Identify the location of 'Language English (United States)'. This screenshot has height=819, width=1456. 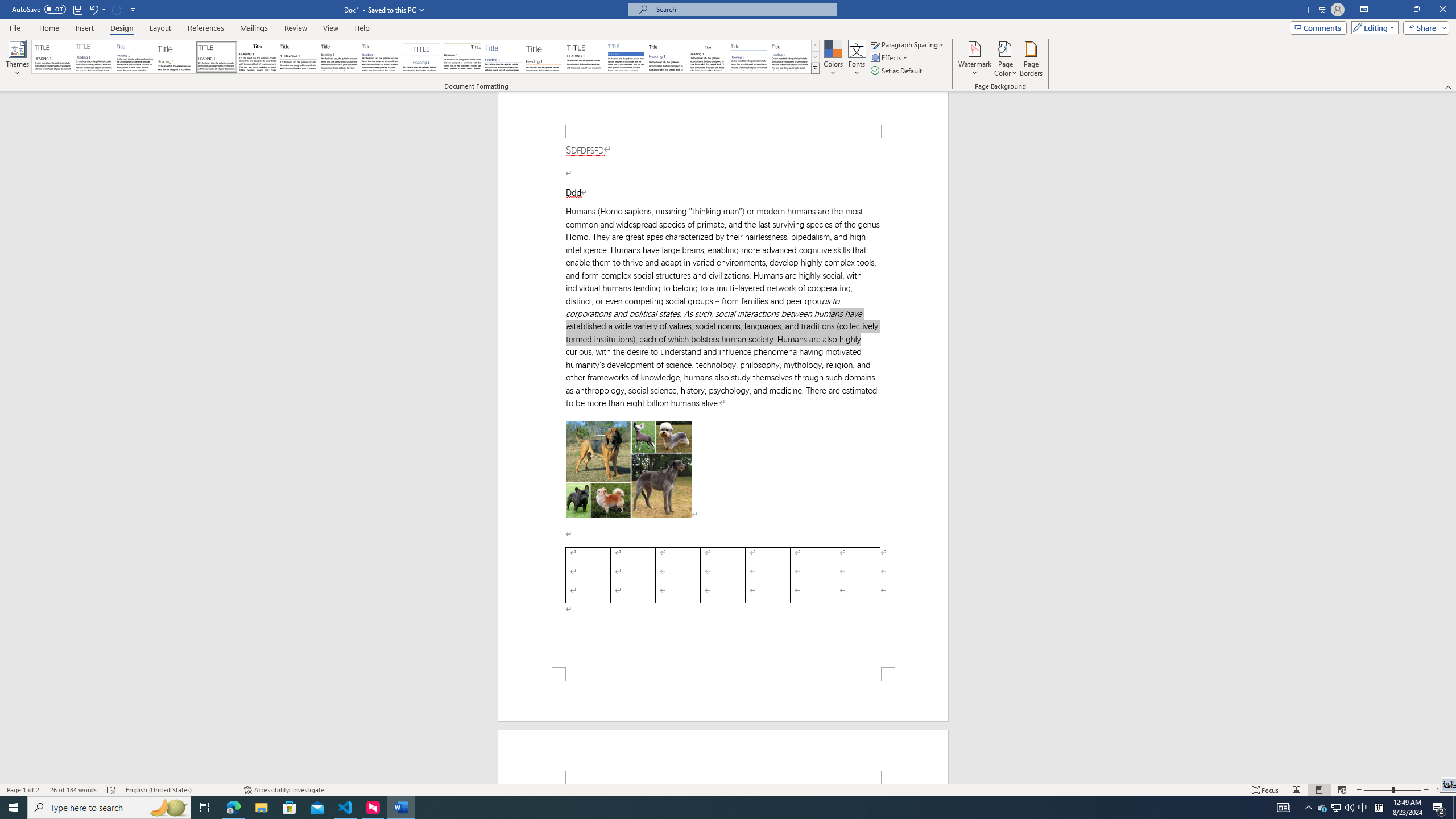
(178, 790).